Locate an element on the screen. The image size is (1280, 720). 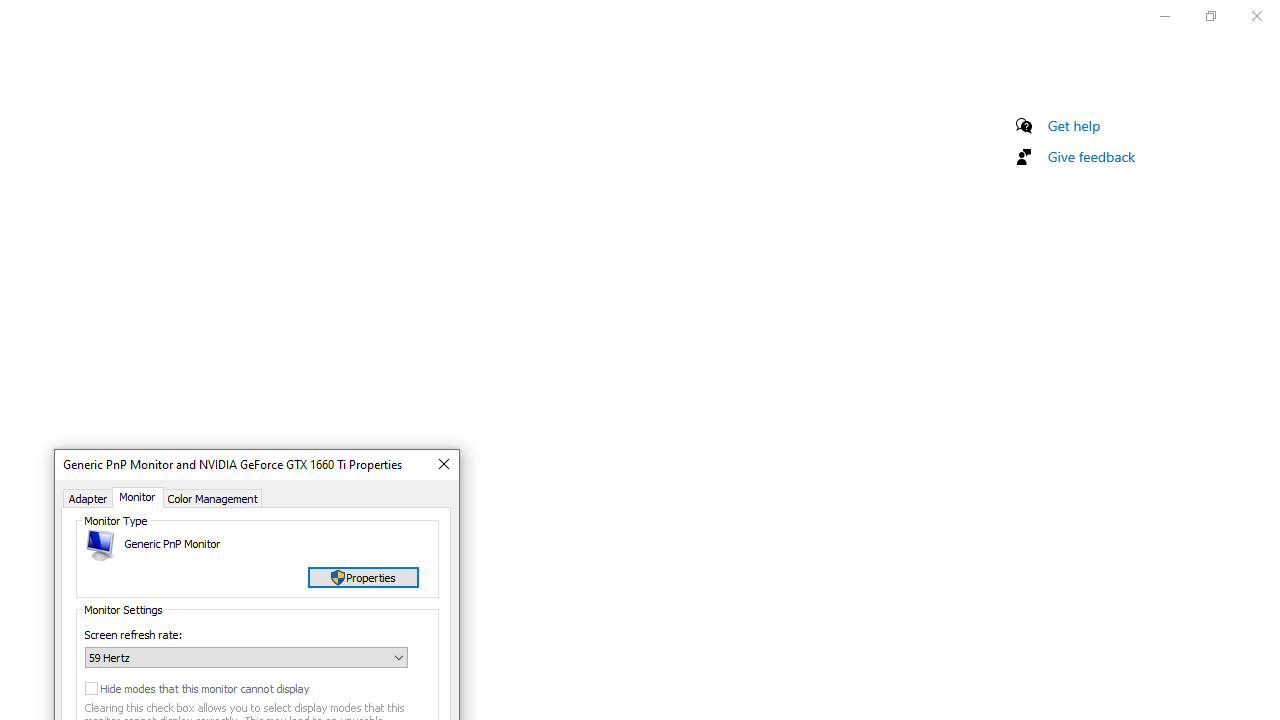
'Screen refresh rate:' is located at coordinates (245, 657).